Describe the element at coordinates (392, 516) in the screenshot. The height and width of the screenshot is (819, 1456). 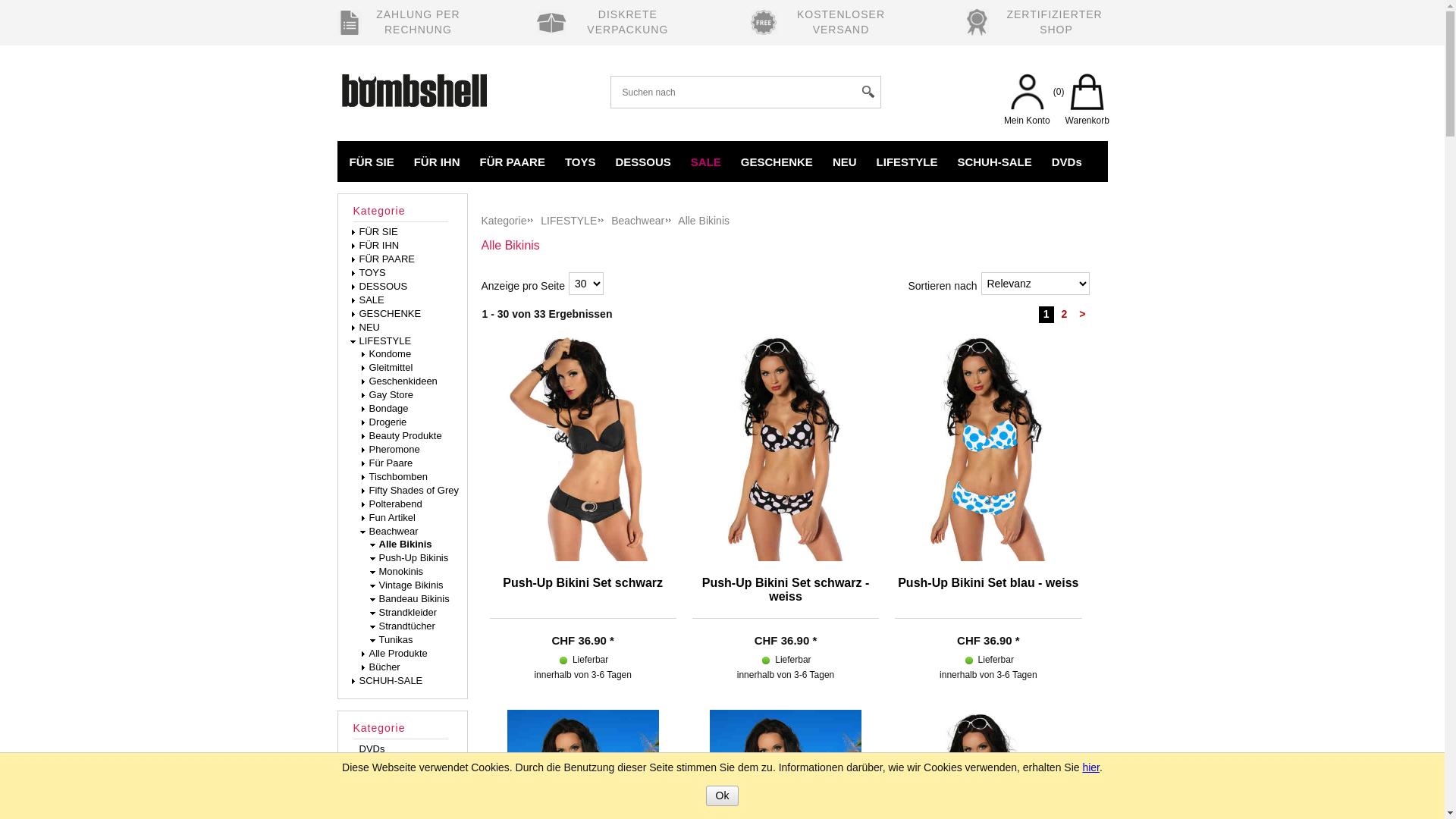
I see `' Fun Artikel'` at that location.